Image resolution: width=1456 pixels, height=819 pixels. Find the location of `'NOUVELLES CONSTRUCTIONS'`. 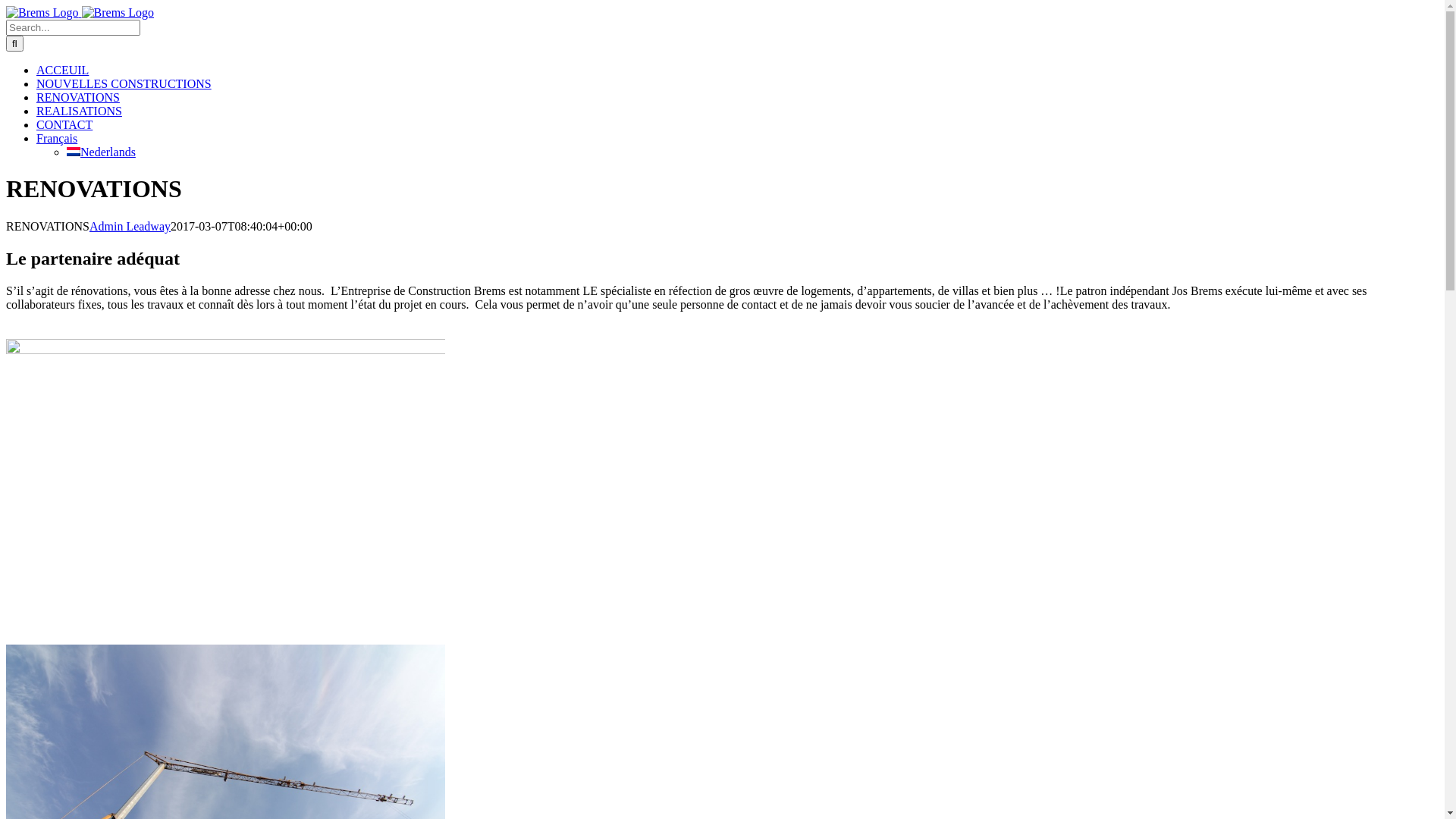

'NOUVELLES CONSTRUCTIONS' is located at coordinates (124, 83).